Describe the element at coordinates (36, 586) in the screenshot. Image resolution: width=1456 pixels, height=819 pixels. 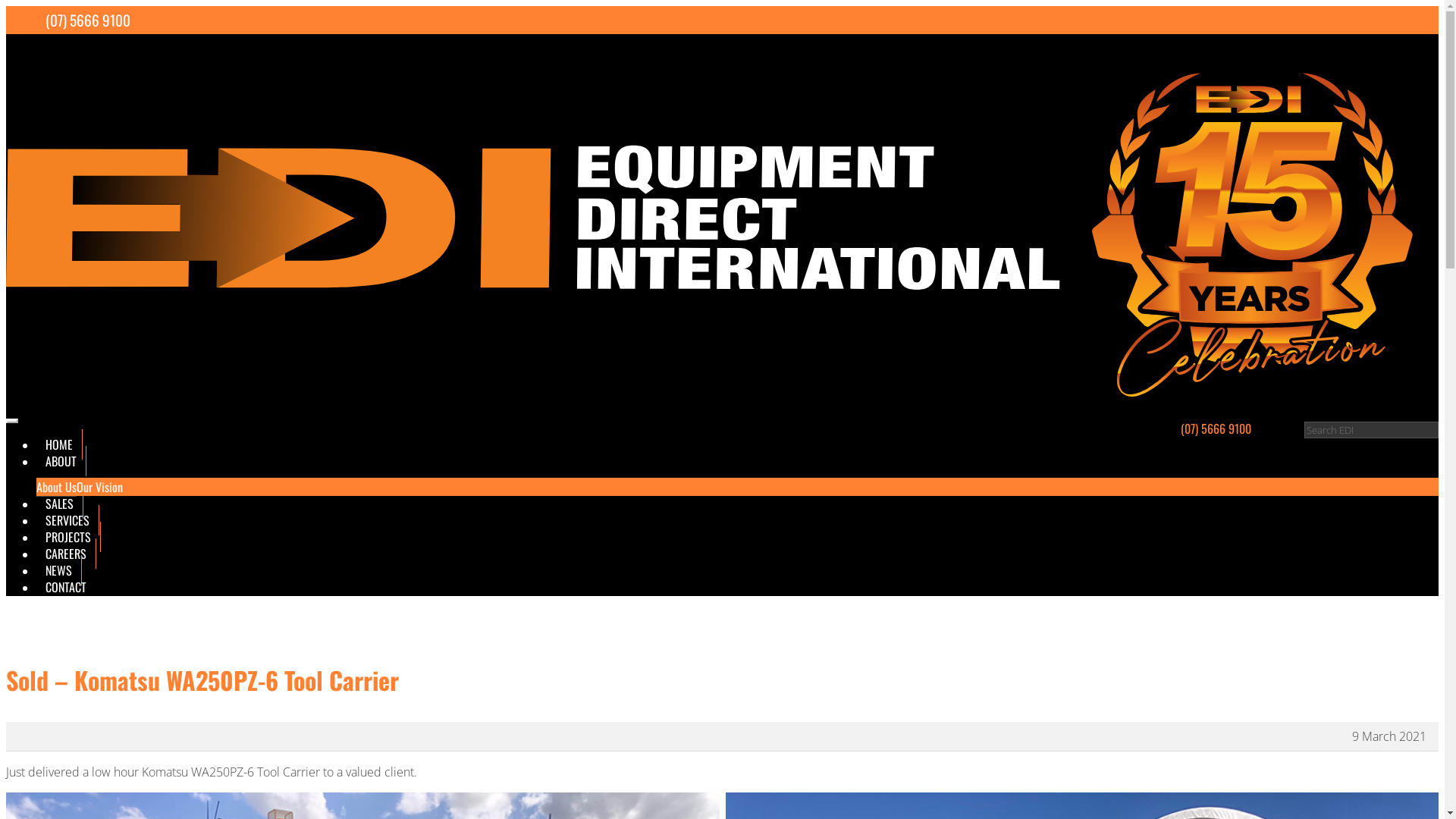
I see `'CONTACT'` at that location.